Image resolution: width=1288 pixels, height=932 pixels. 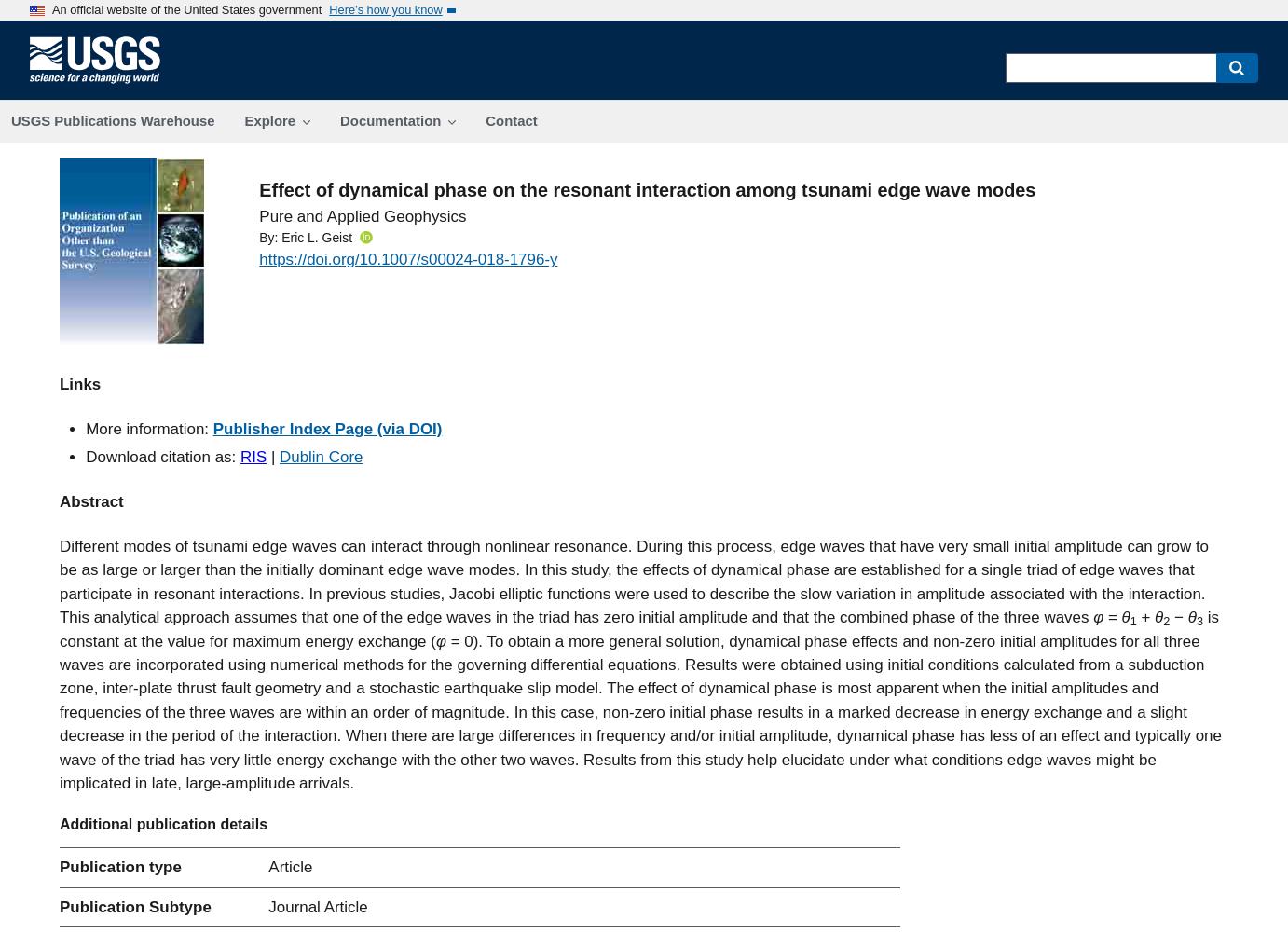 I want to click on '1', so click(x=1132, y=621).